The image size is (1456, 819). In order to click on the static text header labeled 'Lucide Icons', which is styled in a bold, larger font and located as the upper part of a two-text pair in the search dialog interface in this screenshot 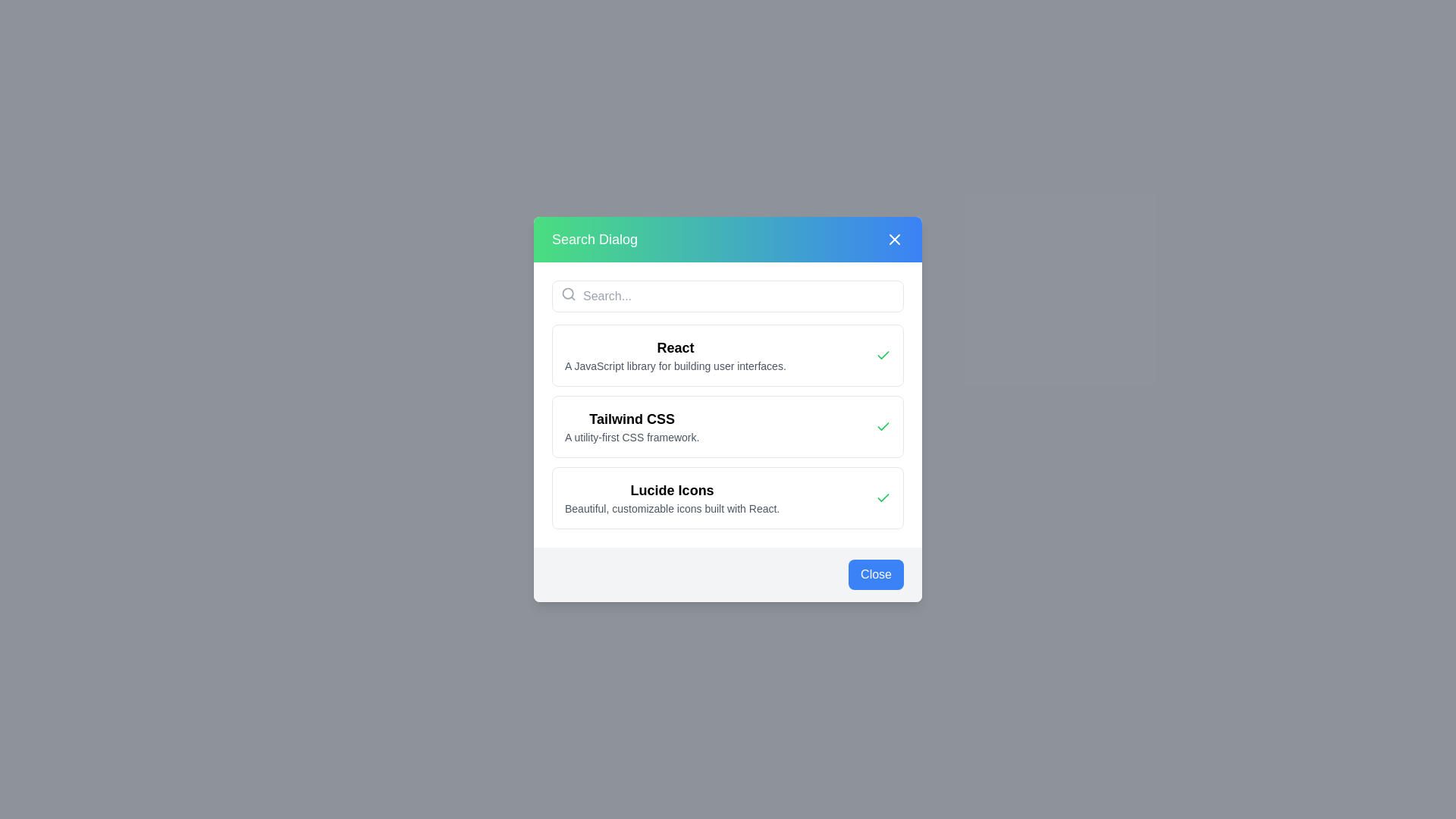, I will do `click(671, 491)`.